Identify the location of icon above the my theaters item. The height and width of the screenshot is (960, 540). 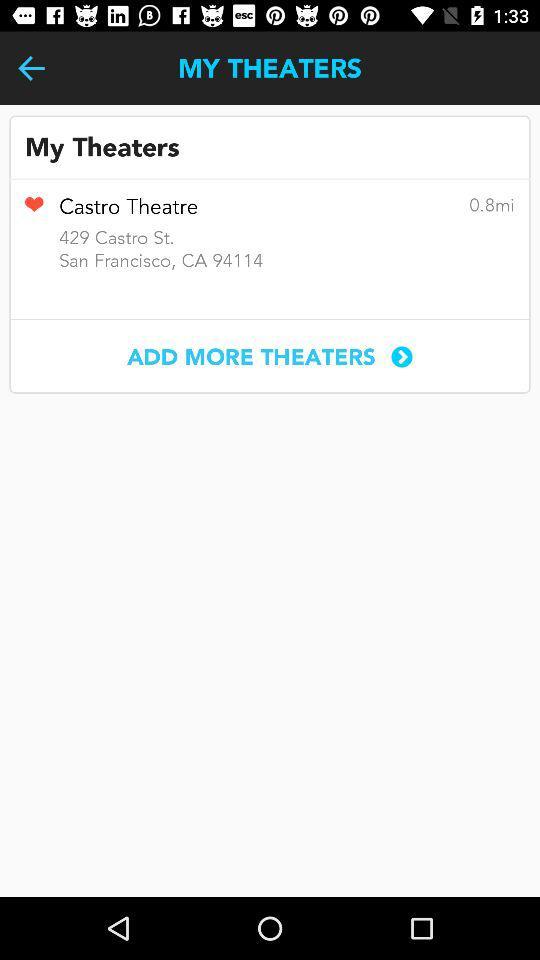
(30, 68).